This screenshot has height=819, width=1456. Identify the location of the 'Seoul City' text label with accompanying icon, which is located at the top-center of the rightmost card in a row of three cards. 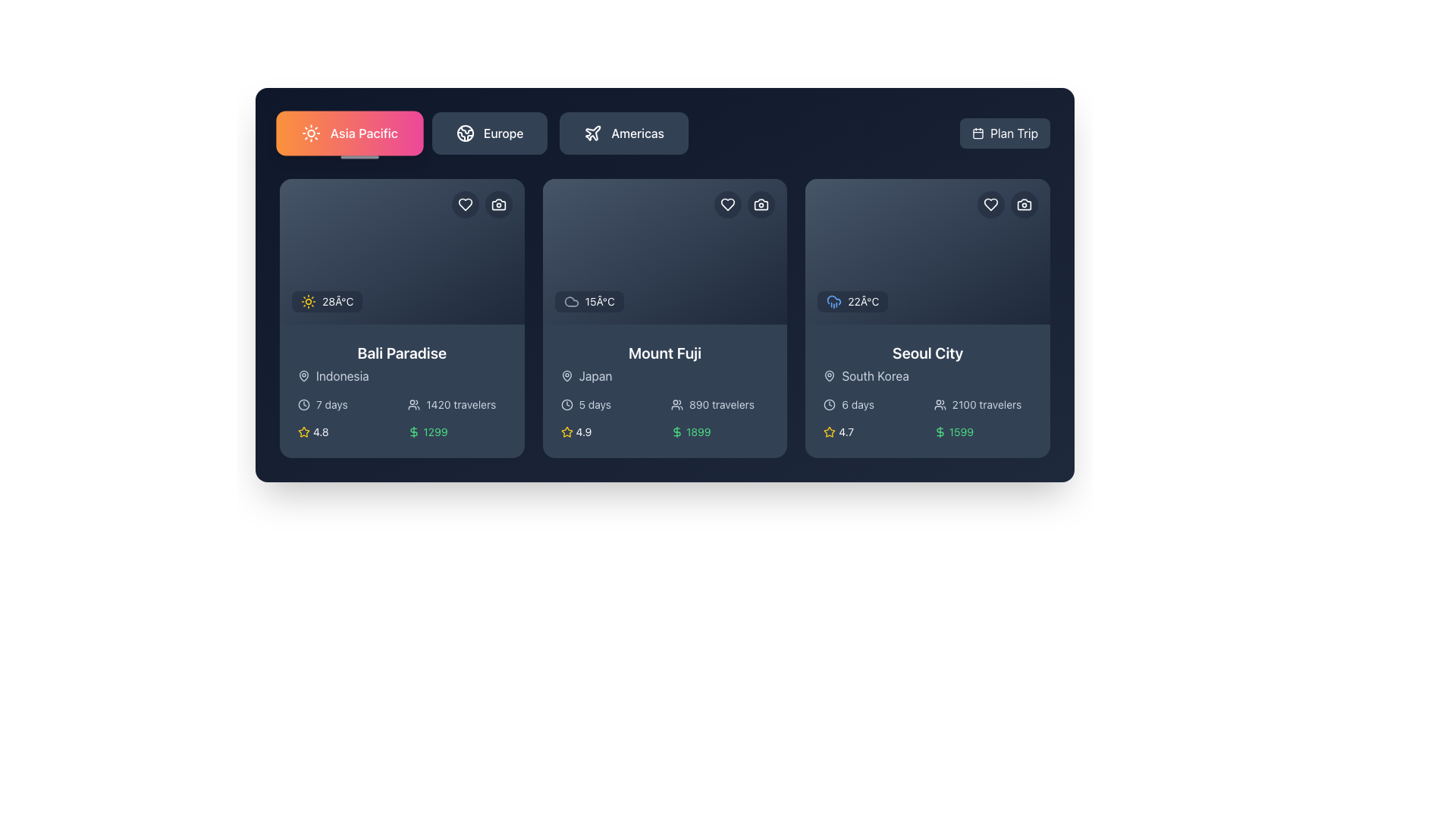
(927, 363).